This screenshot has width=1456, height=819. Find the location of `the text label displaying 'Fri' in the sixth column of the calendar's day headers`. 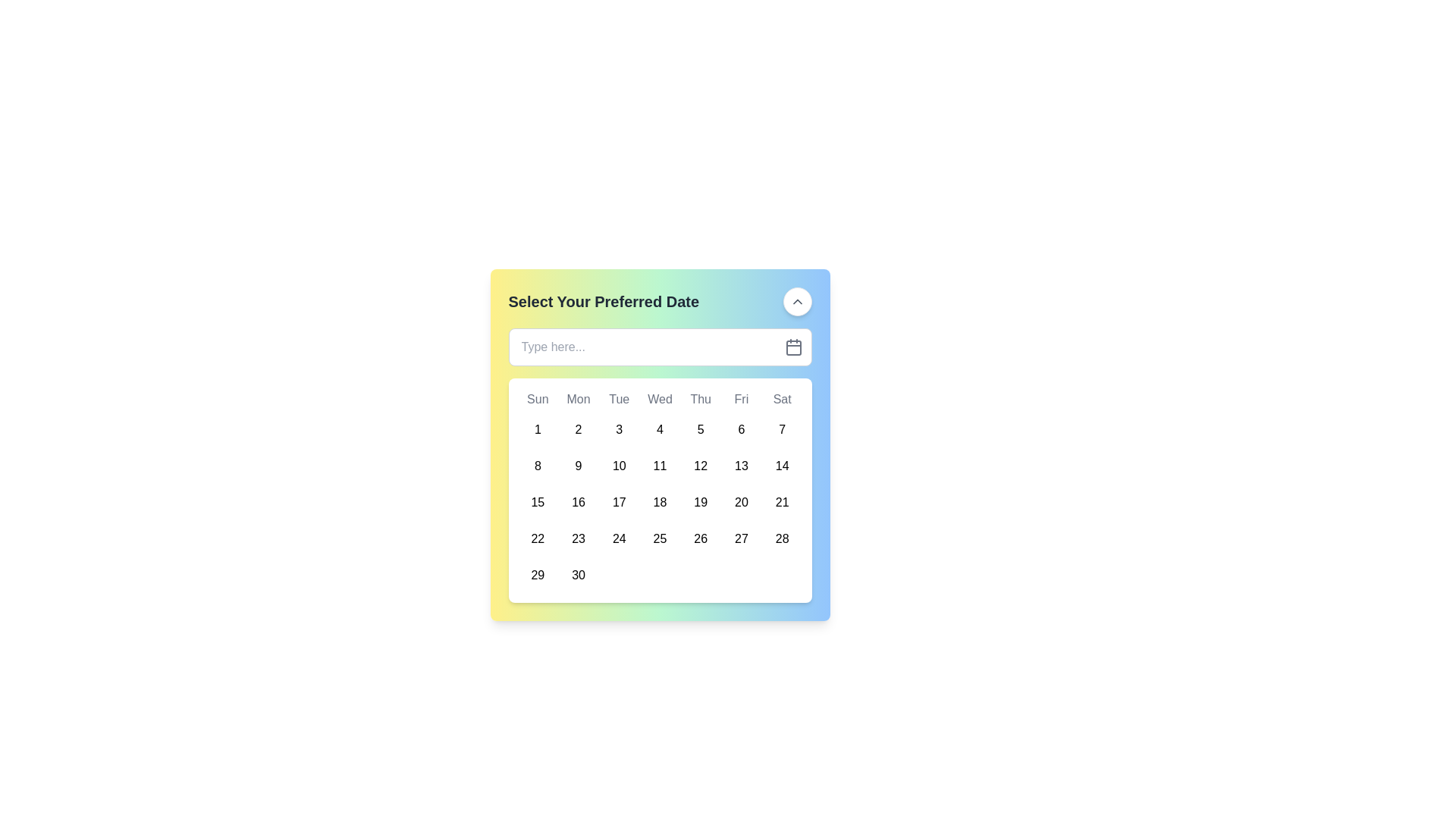

the text label displaying 'Fri' in the sixth column of the calendar's day headers is located at coordinates (741, 399).